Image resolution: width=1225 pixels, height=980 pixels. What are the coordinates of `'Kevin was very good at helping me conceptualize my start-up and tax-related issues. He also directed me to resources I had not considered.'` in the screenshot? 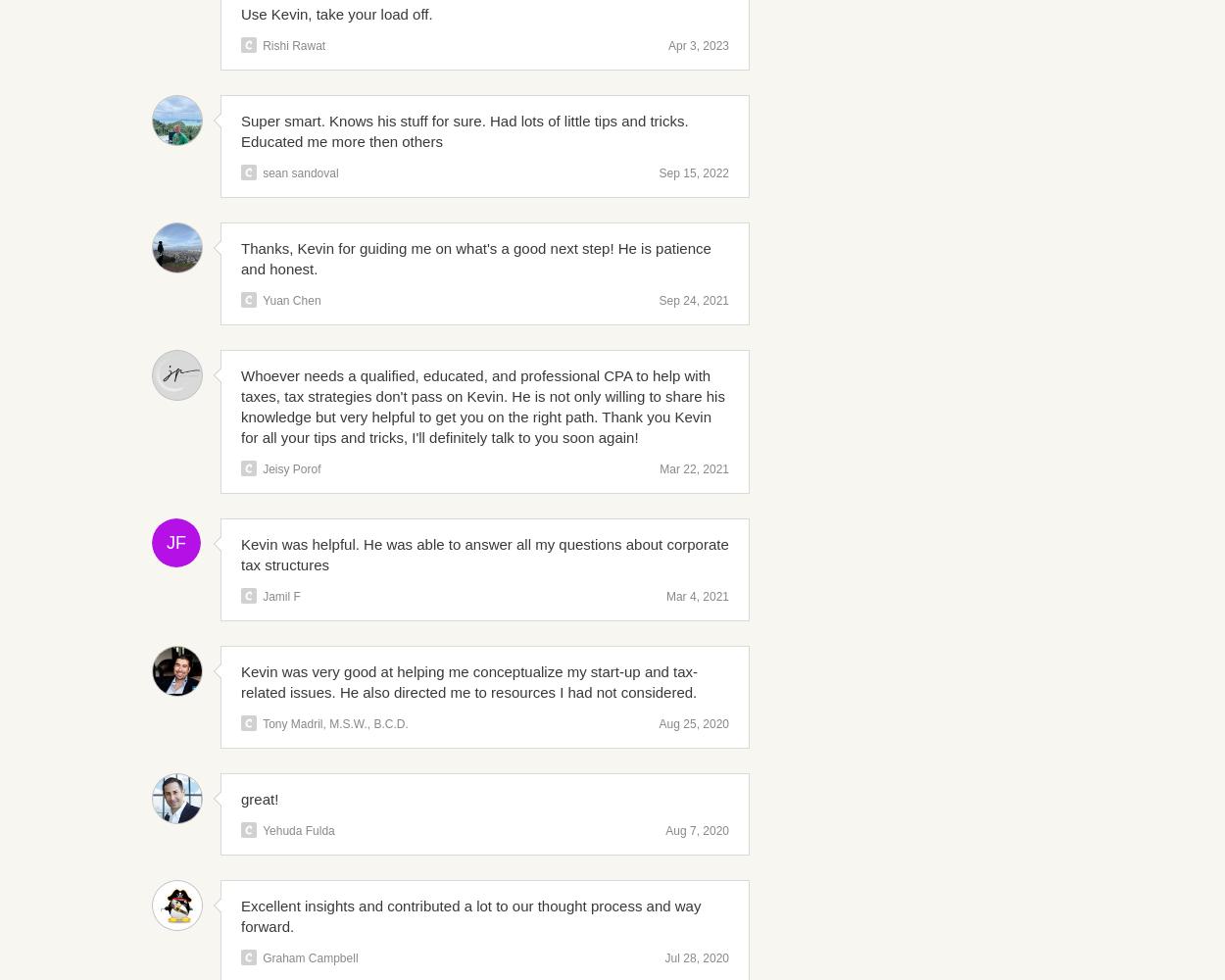 It's located at (468, 681).